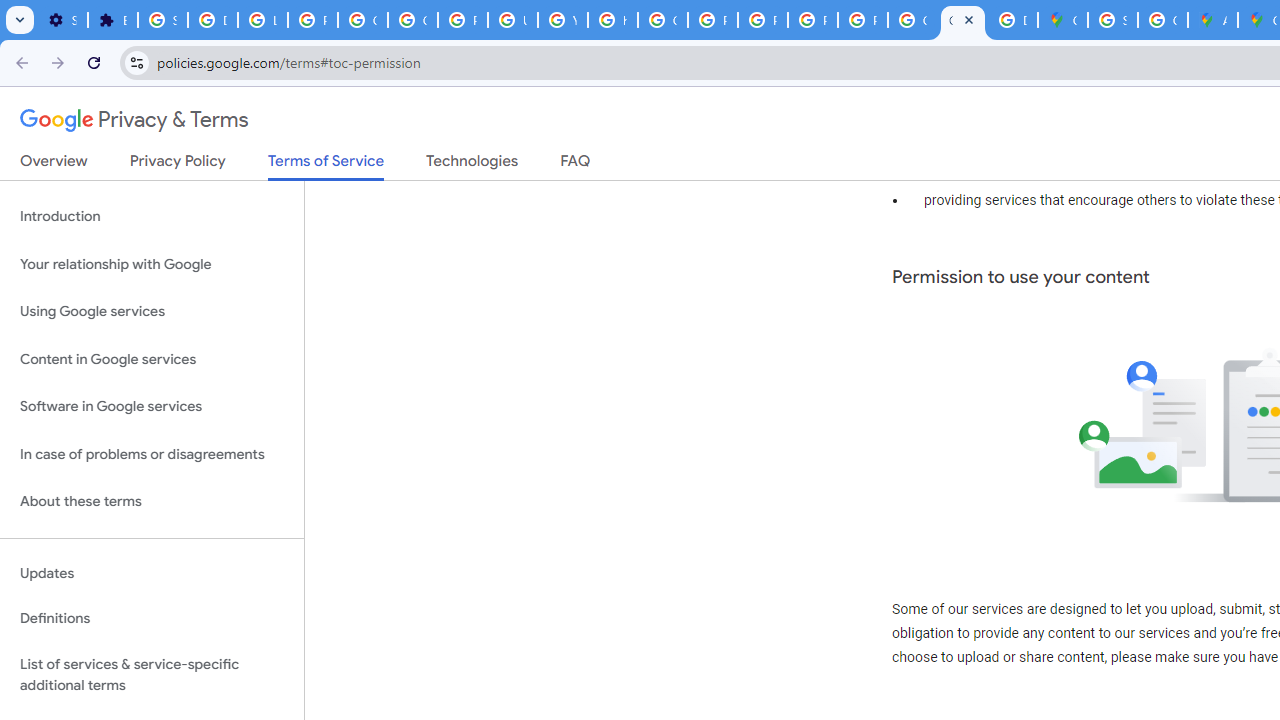  What do you see at coordinates (93, 61) in the screenshot?
I see `'Reload'` at bounding box center [93, 61].